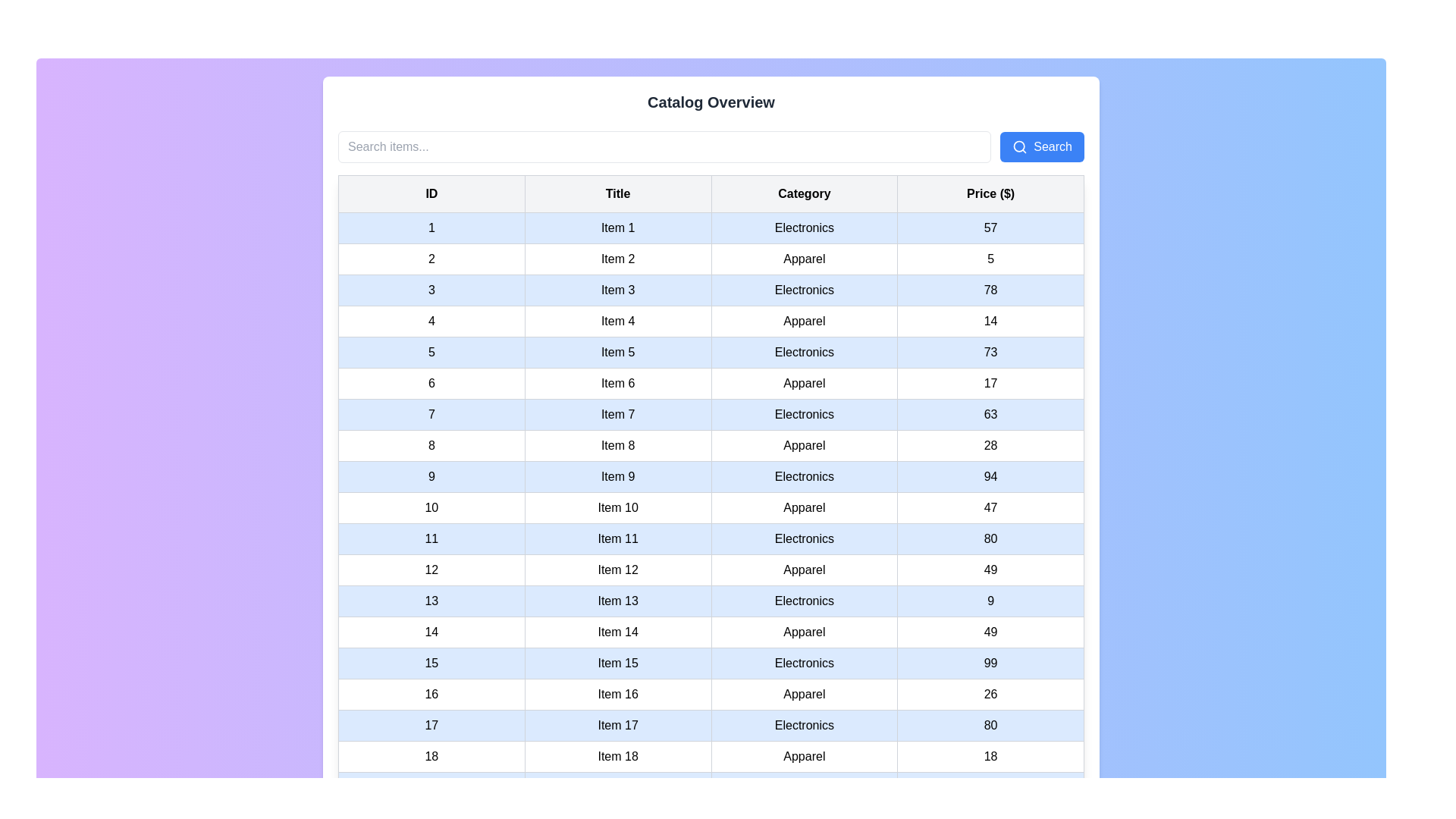 This screenshot has height=819, width=1456. I want to click on the table row containing details for 'Item 7', so click(710, 415).